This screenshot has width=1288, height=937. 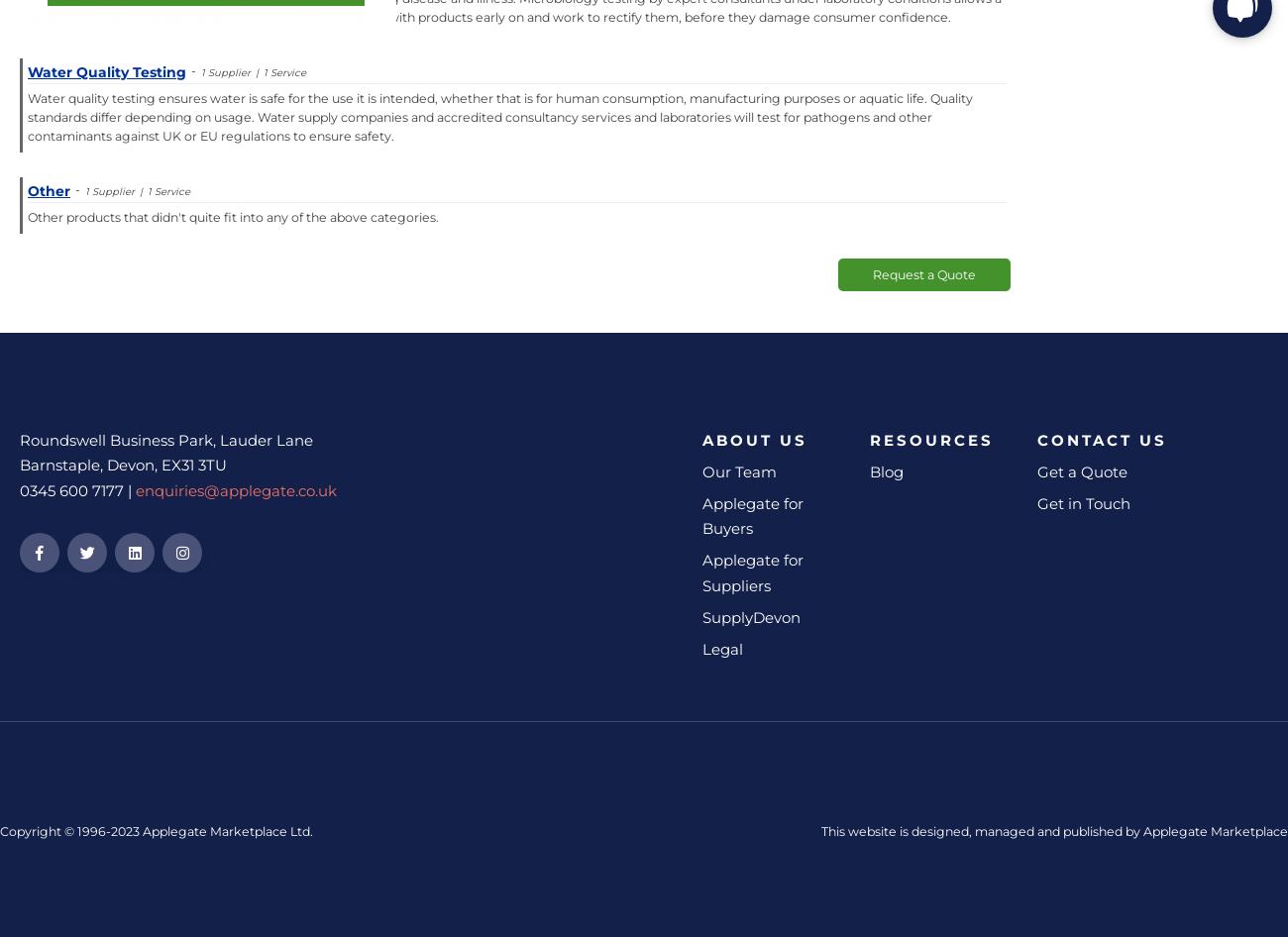 I want to click on 'Applegate for Suppliers', so click(x=702, y=572).